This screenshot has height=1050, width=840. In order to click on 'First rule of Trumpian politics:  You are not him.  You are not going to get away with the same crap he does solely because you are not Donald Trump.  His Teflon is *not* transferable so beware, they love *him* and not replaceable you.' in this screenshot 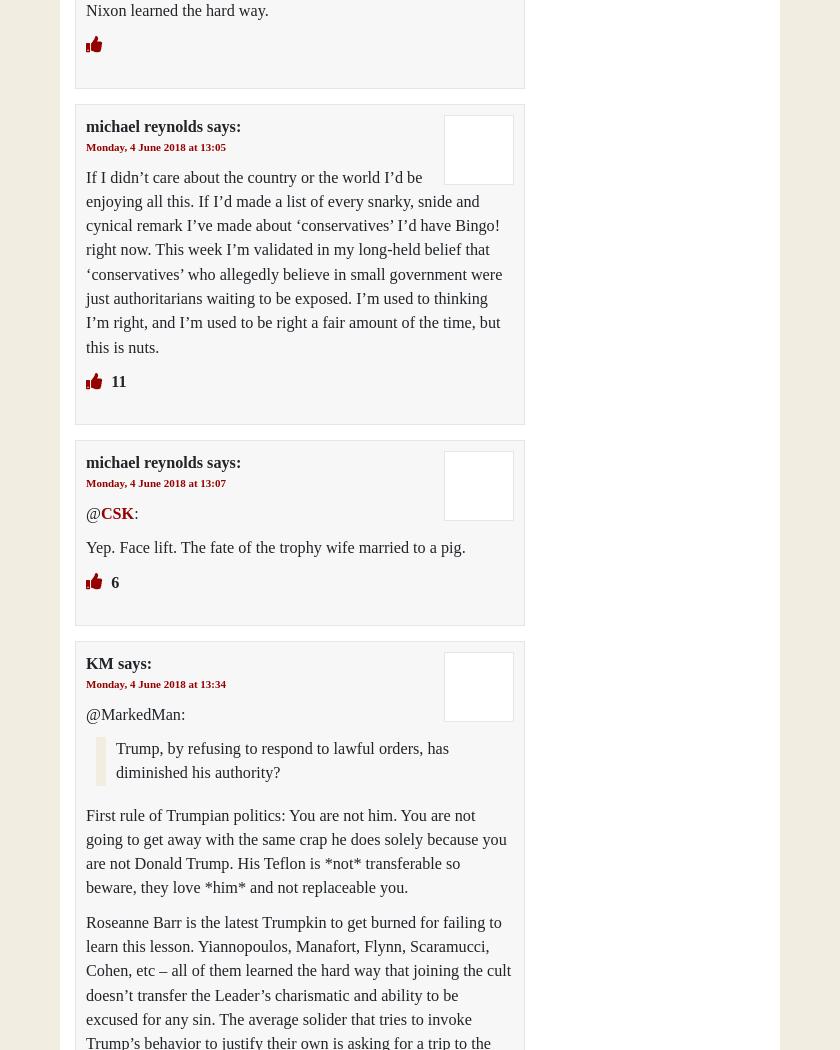, I will do `click(296, 851)`.